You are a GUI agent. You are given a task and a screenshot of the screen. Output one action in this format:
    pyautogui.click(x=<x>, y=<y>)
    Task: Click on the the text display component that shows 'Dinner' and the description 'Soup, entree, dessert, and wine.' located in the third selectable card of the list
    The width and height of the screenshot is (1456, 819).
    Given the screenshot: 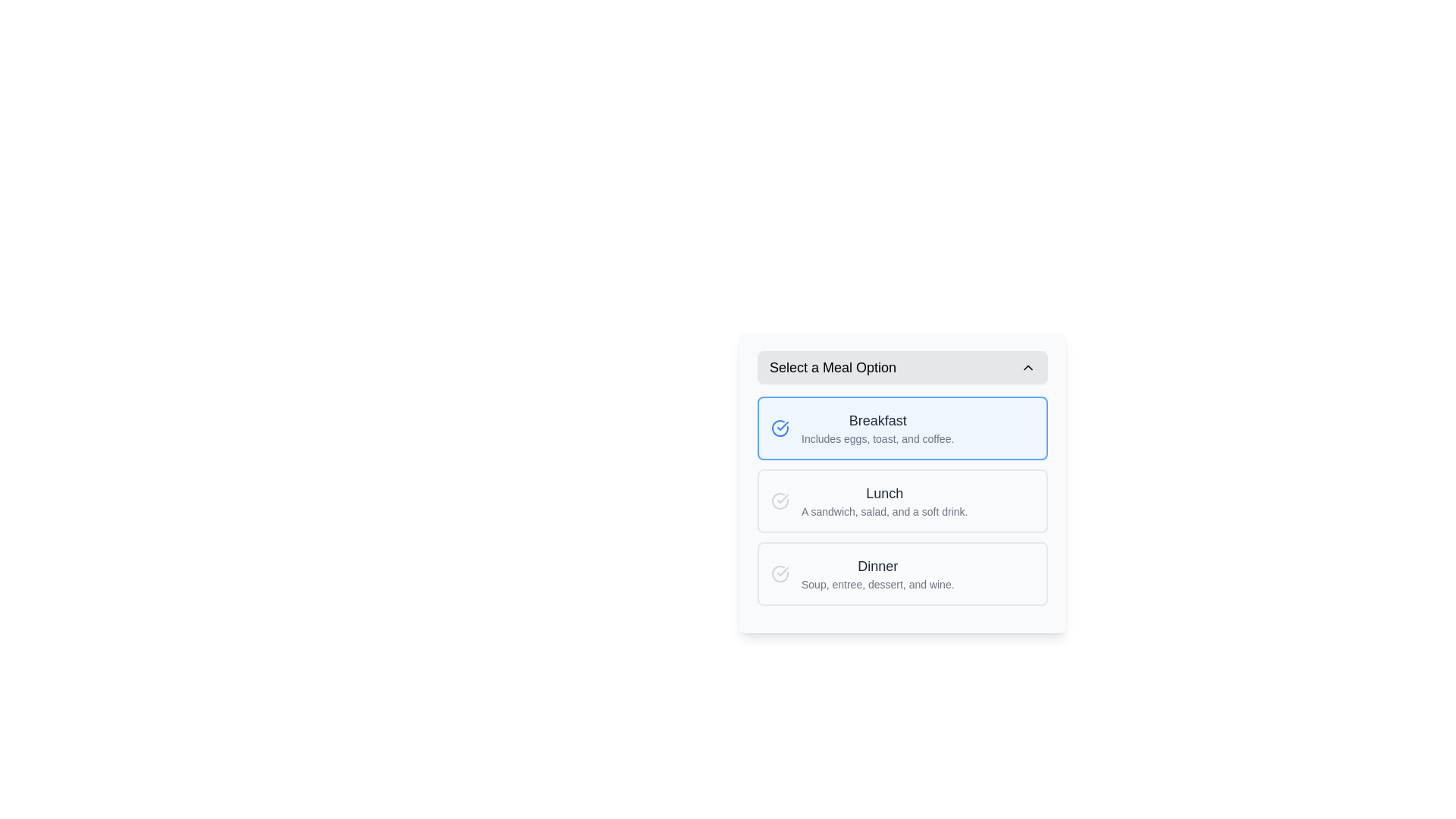 What is the action you would take?
    pyautogui.click(x=877, y=573)
    